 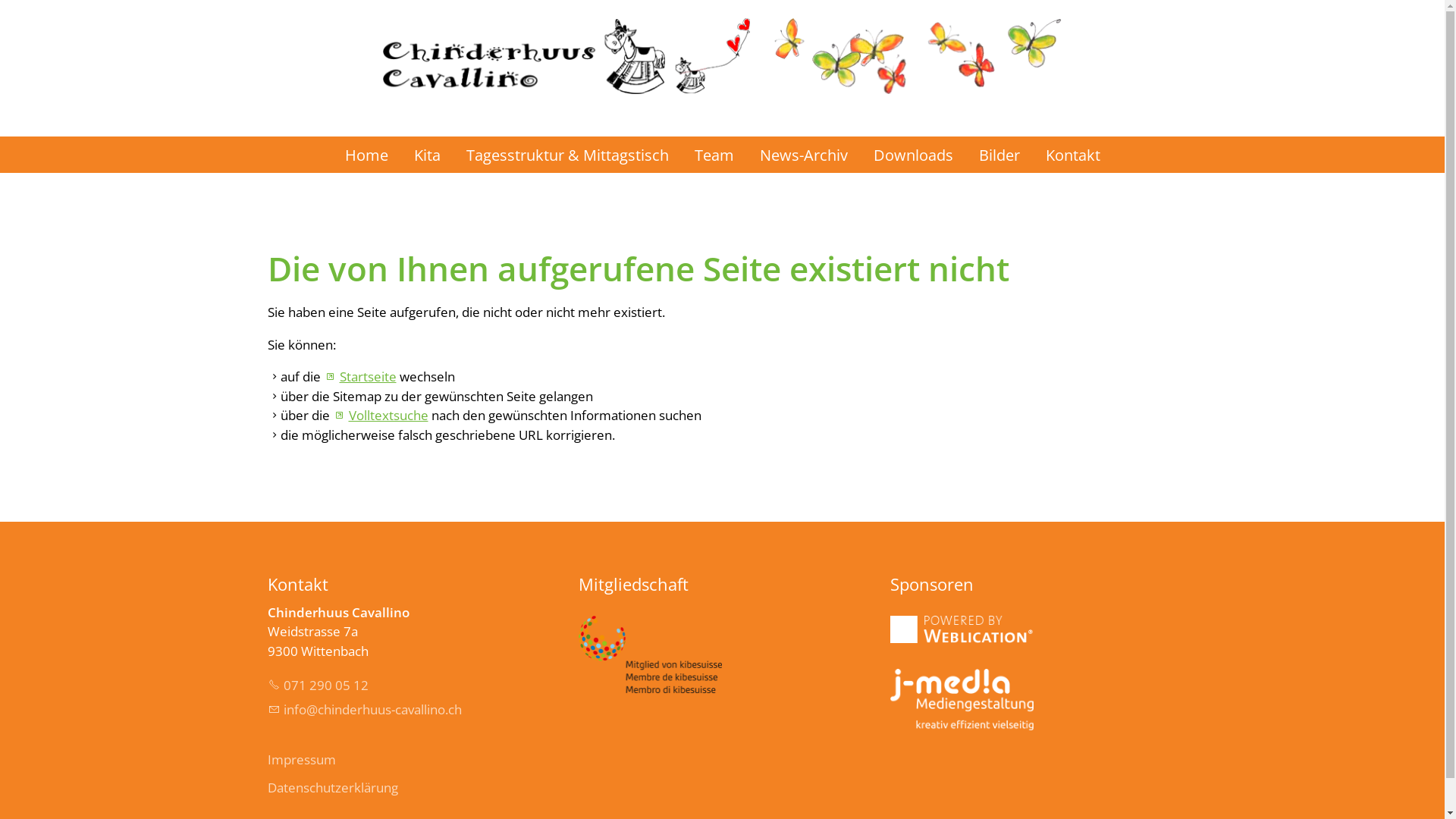 I want to click on 'Home', so click(x=366, y=155).